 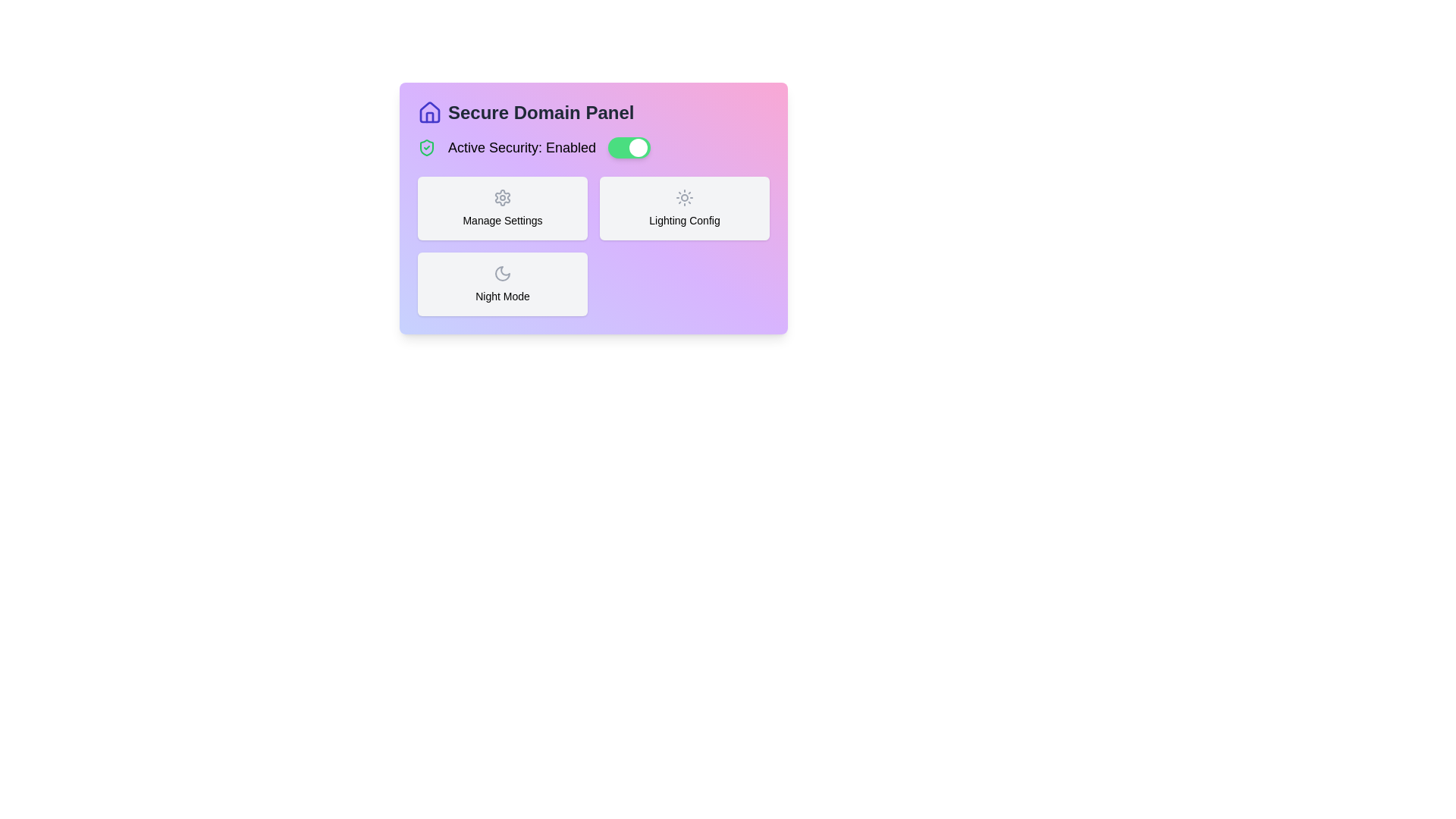 What do you see at coordinates (629, 148) in the screenshot?
I see `the toggle switch with a green background and a white circular knob, which is located to the right of the text 'Active Security: Enabled'` at bounding box center [629, 148].